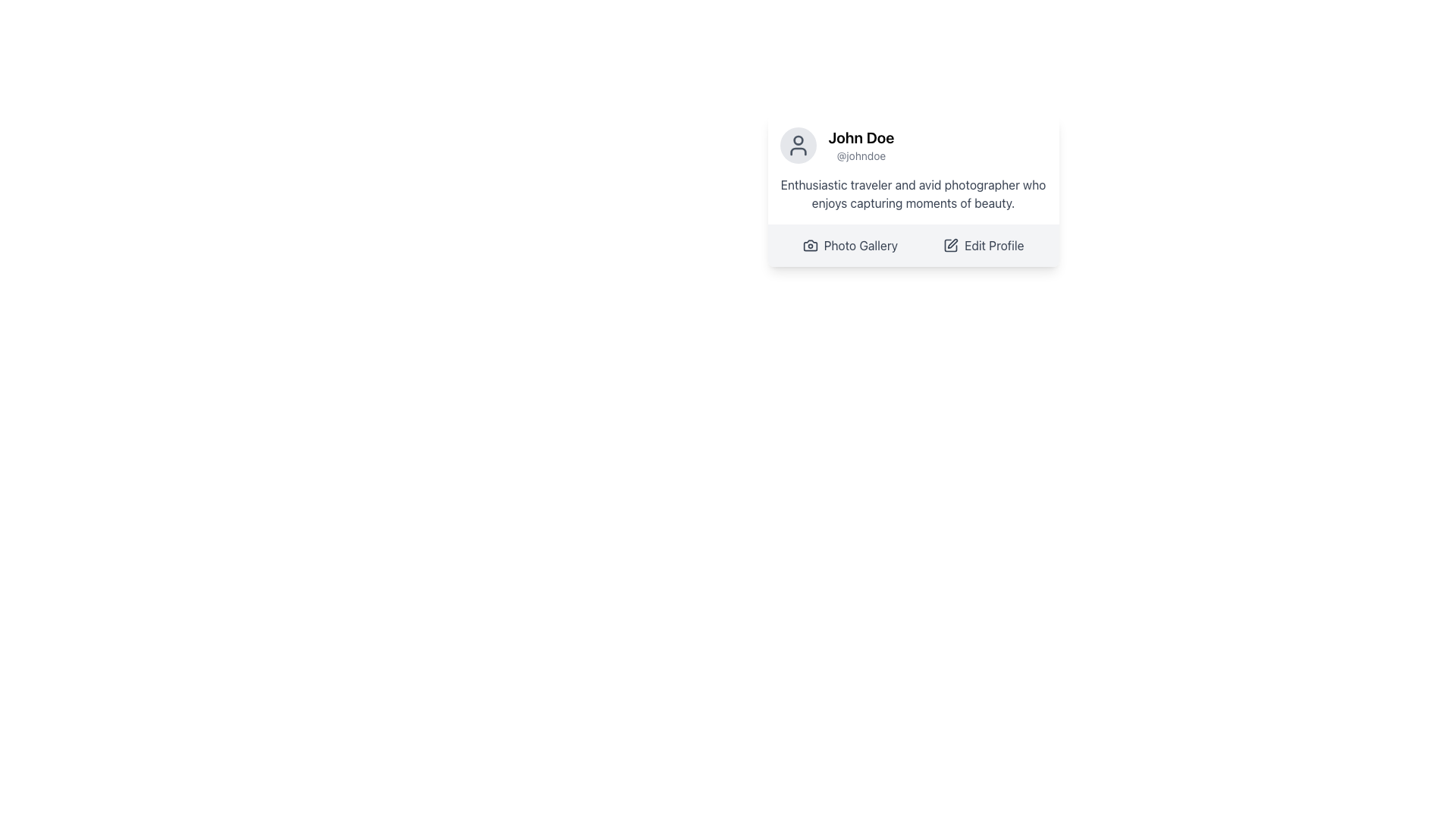  What do you see at coordinates (809, 245) in the screenshot?
I see `the gray camera icon with a clear round lens located to the left of the 'Photo Gallery' text` at bounding box center [809, 245].